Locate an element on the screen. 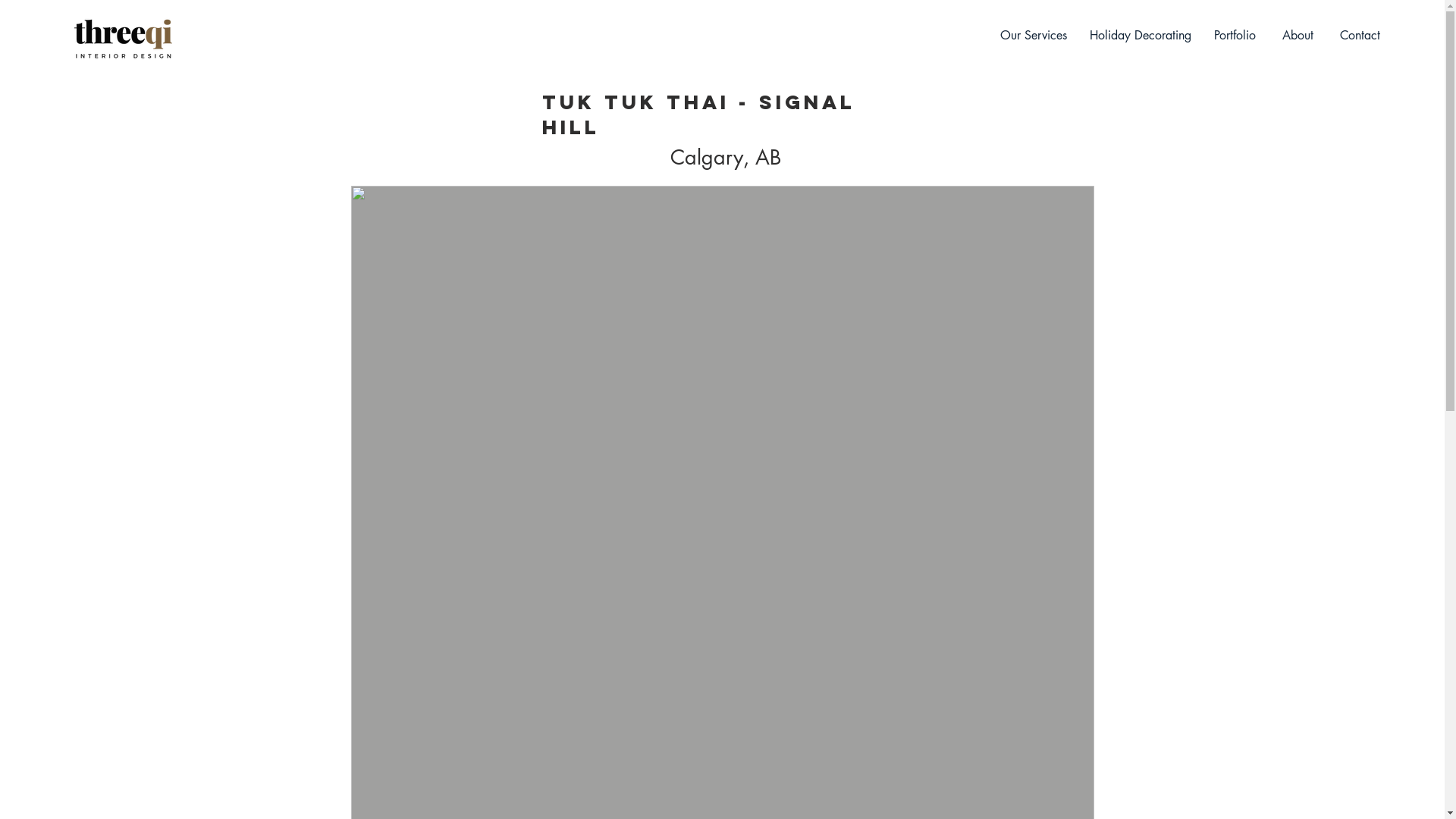 The width and height of the screenshot is (1456, 819). 'Portfolio' is located at coordinates (1235, 34).